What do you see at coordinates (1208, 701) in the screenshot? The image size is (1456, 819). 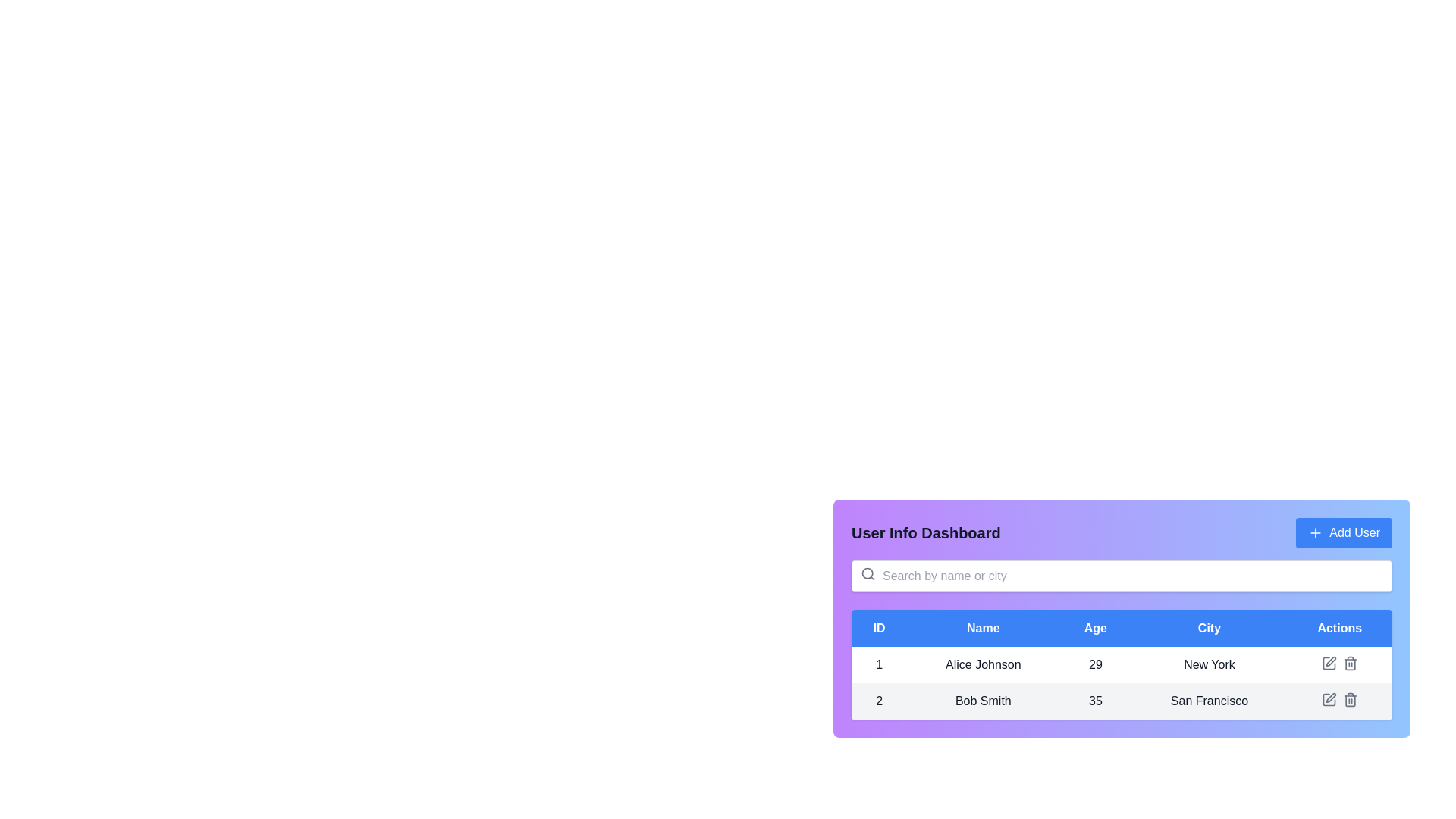 I see `static text label displaying 'San Francisco' in the second row of the table under the 'City' column` at bounding box center [1208, 701].